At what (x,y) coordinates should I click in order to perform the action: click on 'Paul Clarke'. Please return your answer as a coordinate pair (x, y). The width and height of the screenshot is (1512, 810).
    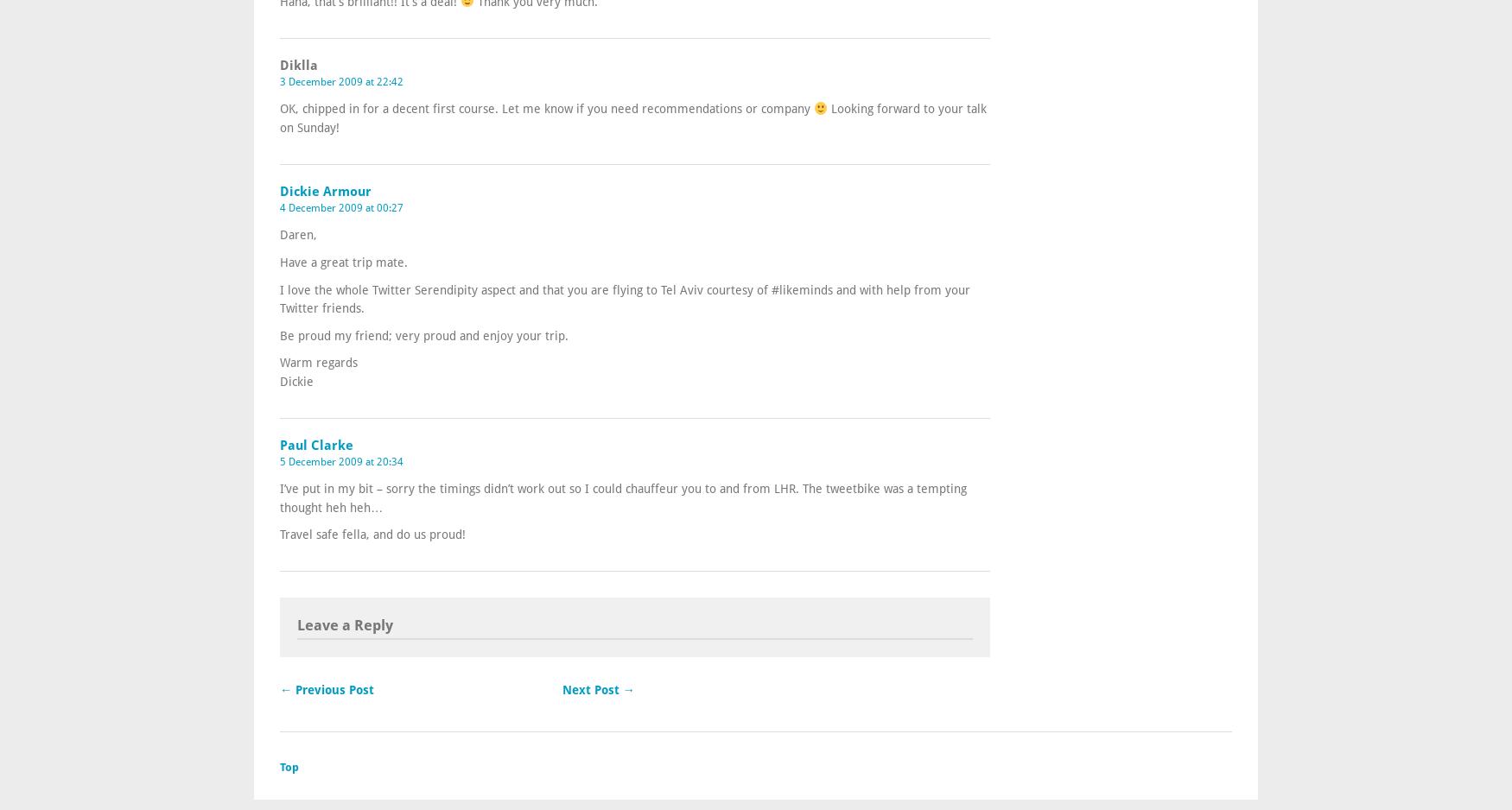
    Looking at the image, I should click on (316, 443).